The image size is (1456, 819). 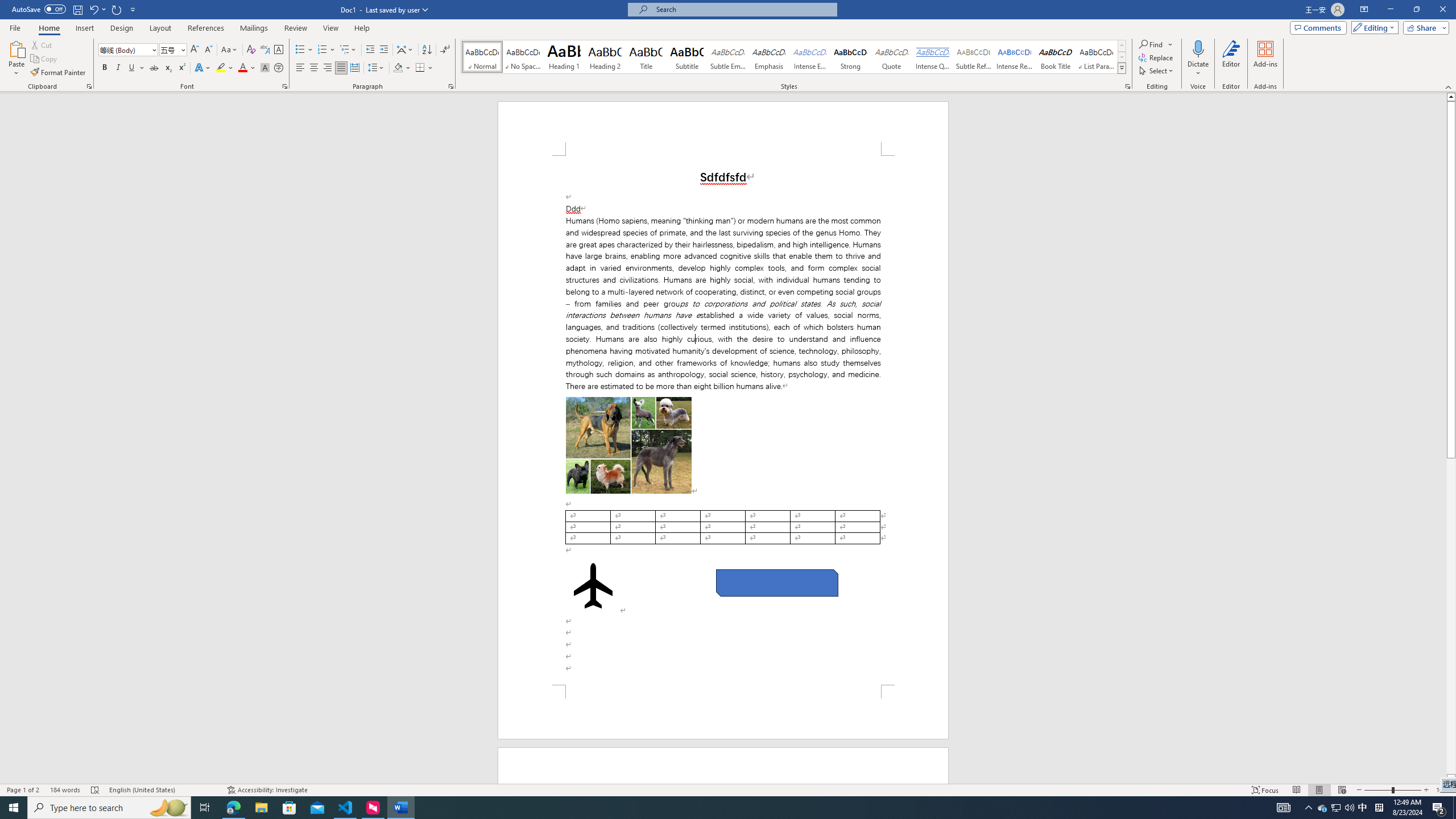 What do you see at coordinates (154, 67) in the screenshot?
I see `'Strikethrough'` at bounding box center [154, 67].